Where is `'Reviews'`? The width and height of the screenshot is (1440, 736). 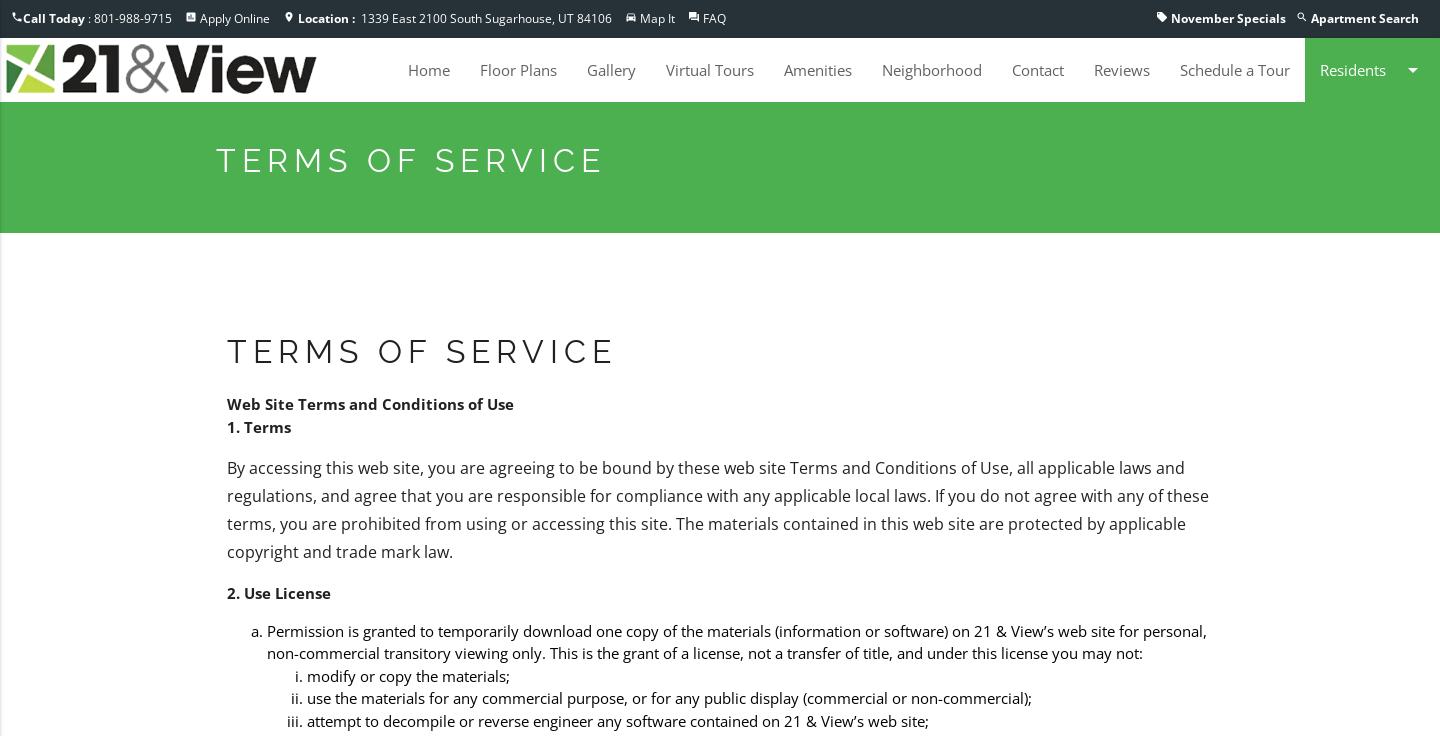 'Reviews' is located at coordinates (1121, 69).